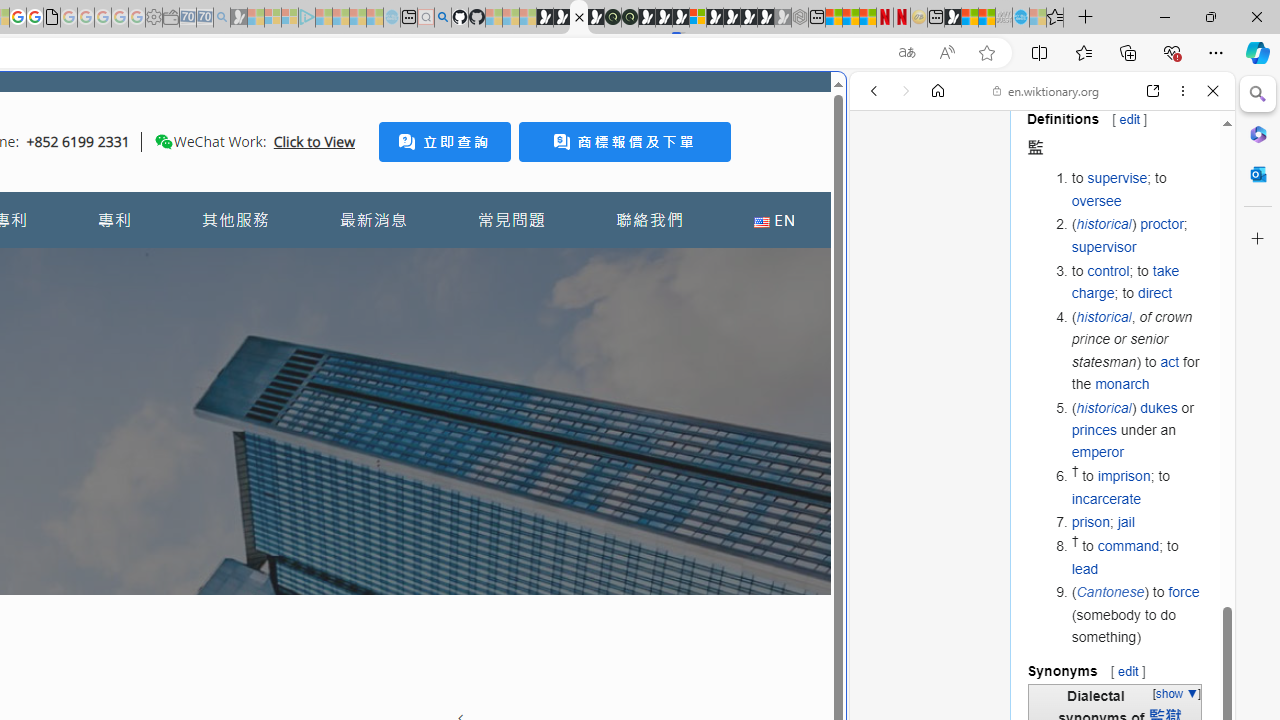  I want to click on '(historical) dukes or princes under an emperor', so click(1137, 428).